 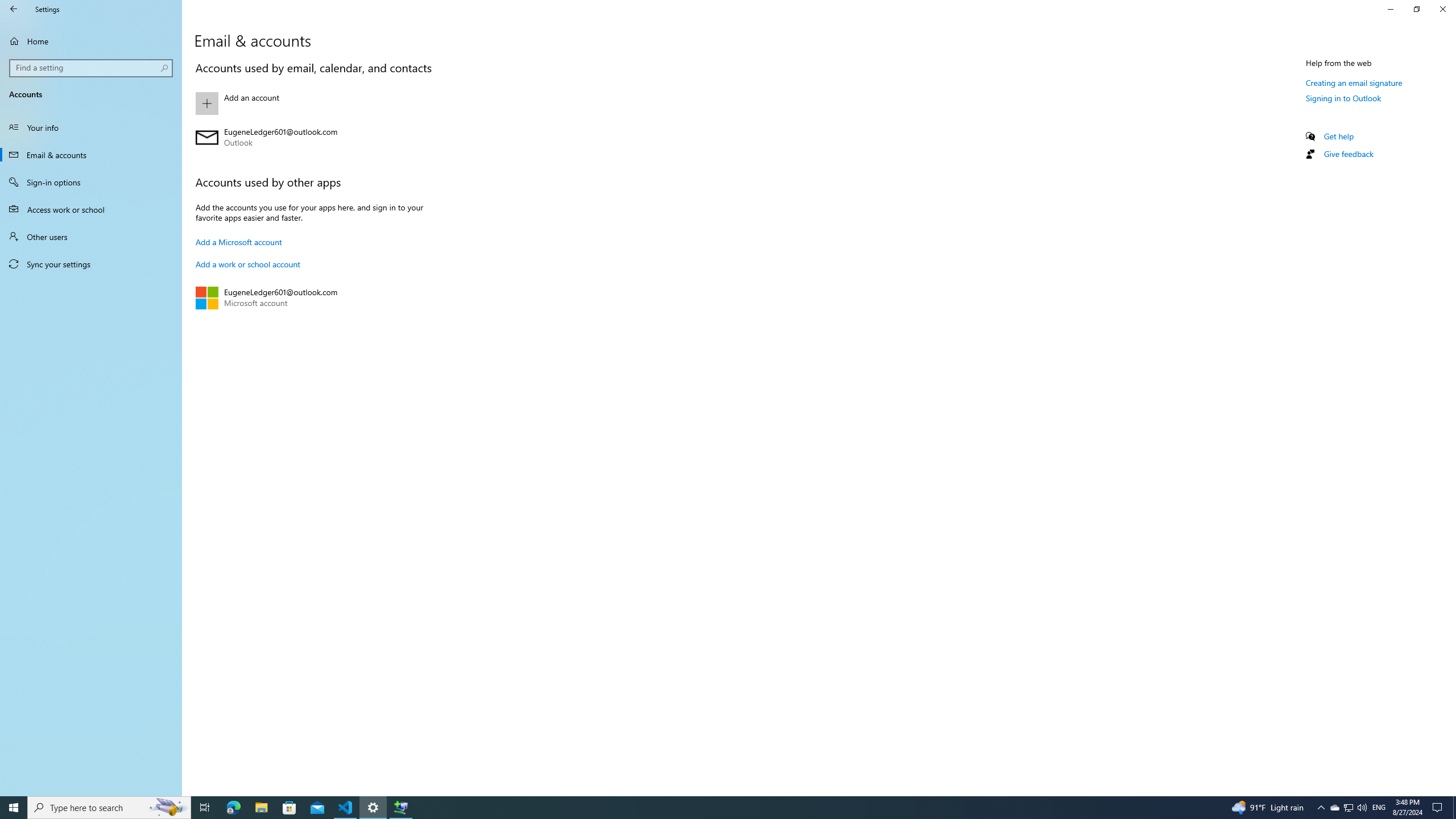 I want to click on 'Get help', so click(x=1338, y=135).